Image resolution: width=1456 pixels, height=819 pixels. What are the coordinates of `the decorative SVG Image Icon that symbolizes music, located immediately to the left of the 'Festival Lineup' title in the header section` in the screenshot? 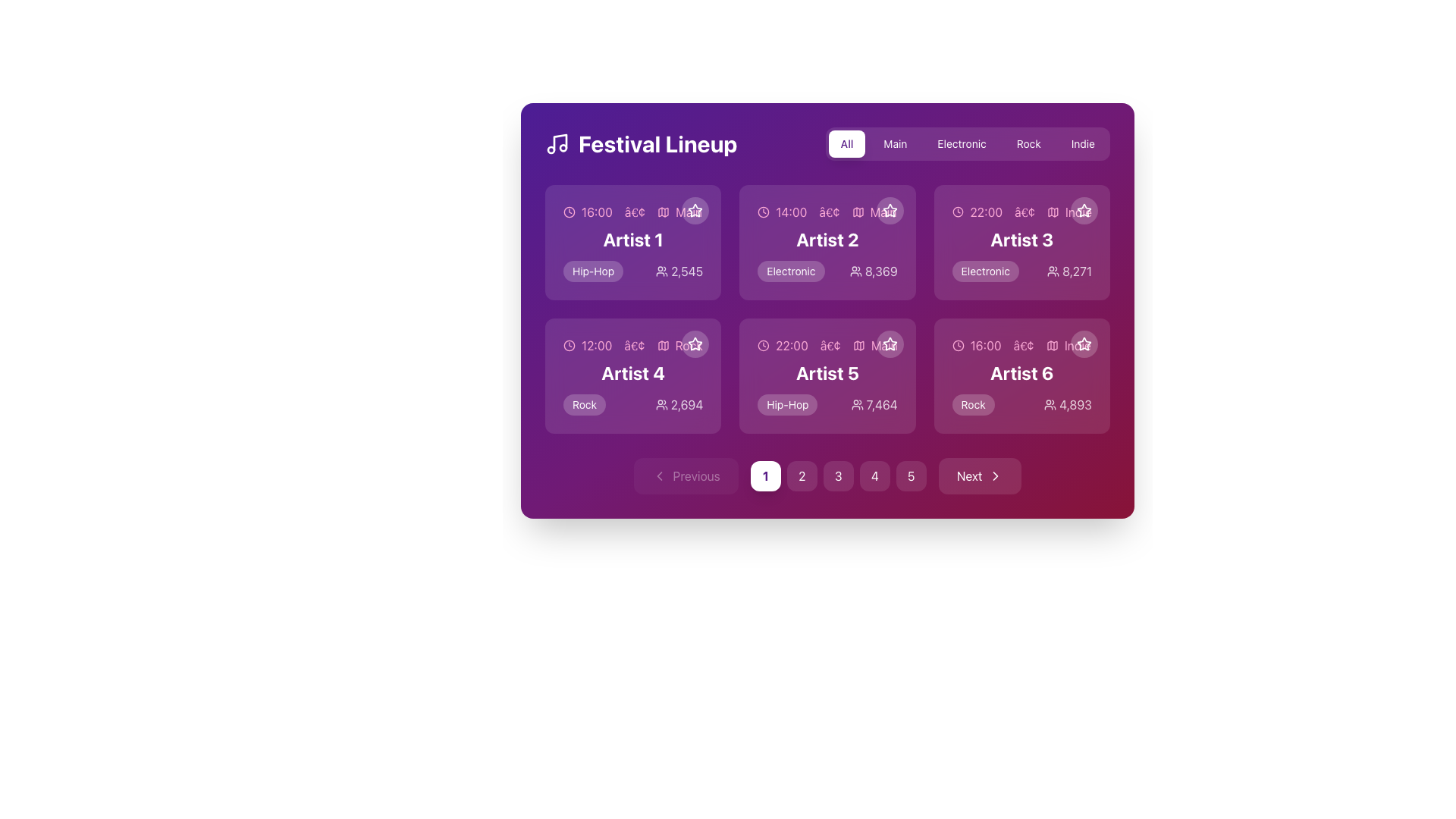 It's located at (560, 143).